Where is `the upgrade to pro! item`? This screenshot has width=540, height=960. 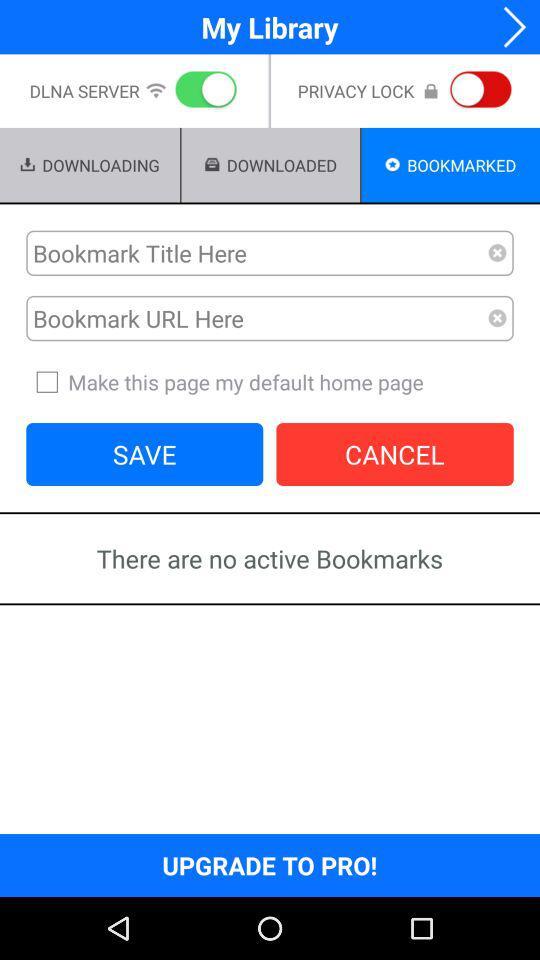
the upgrade to pro! item is located at coordinates (269, 864).